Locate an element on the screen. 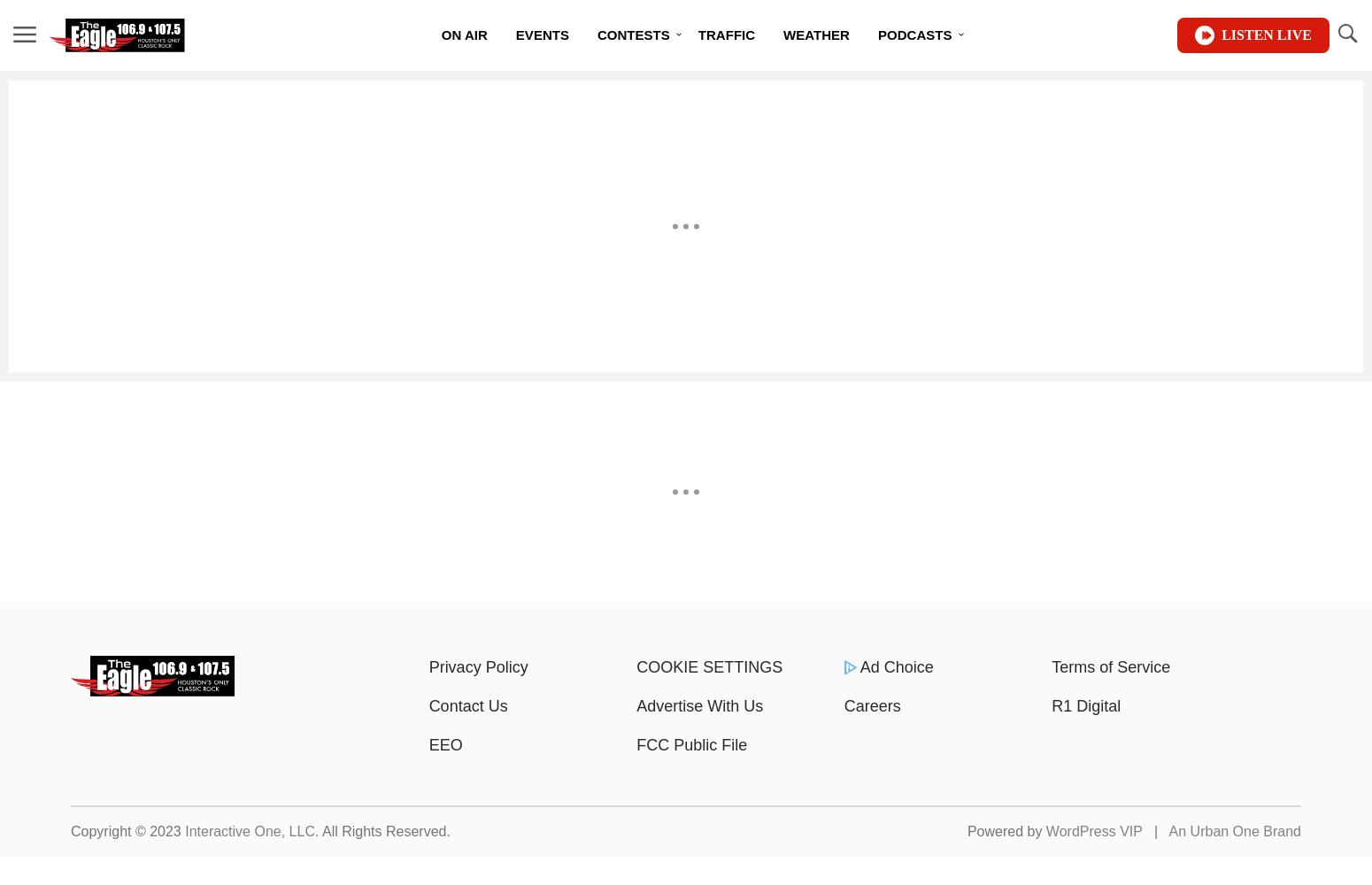 Image resolution: width=1372 pixels, height=885 pixels. 'Rog’s Wild Pitch' is located at coordinates (917, 160).